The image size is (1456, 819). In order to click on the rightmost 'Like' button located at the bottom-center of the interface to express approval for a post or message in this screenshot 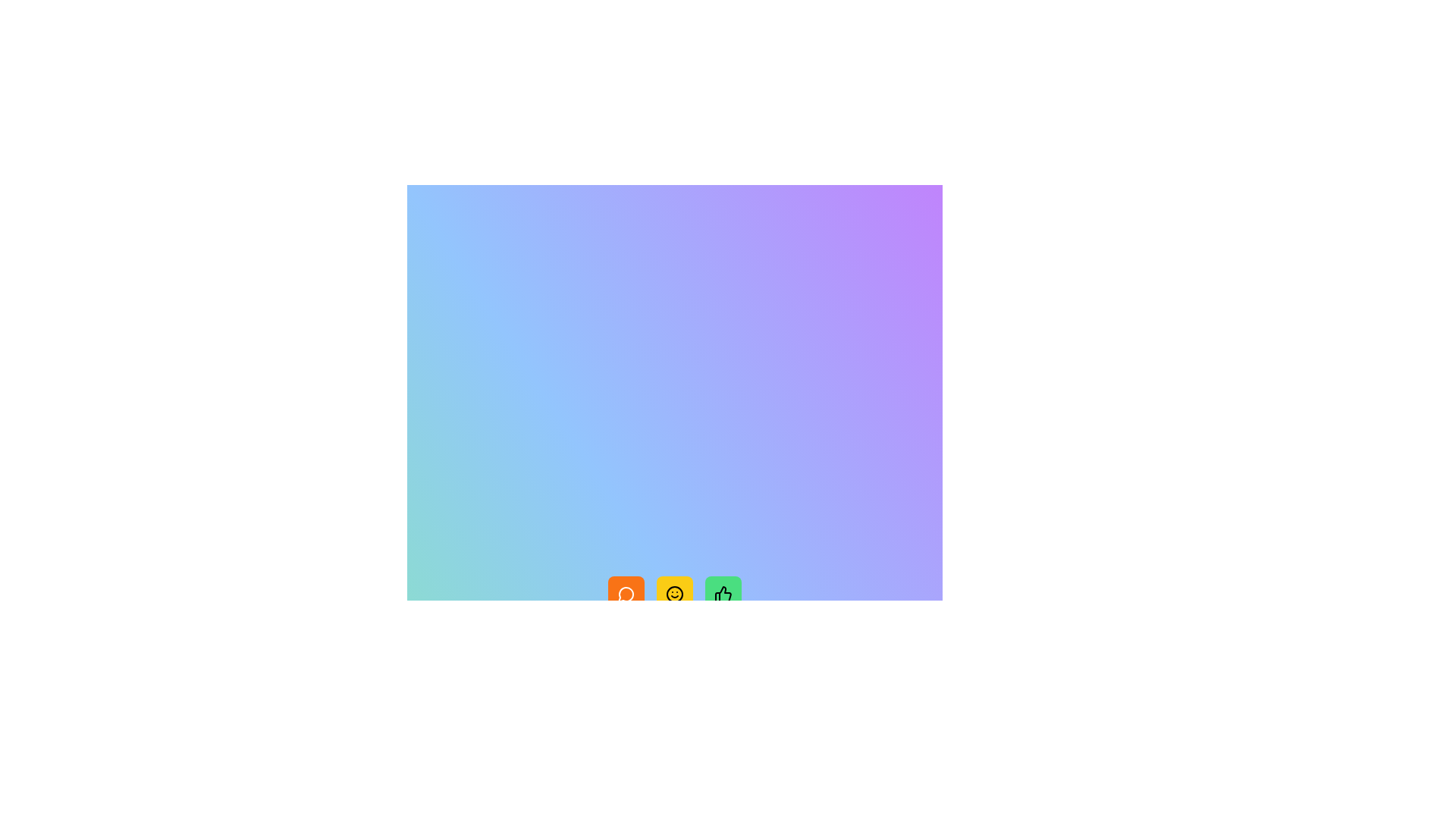, I will do `click(723, 593)`.